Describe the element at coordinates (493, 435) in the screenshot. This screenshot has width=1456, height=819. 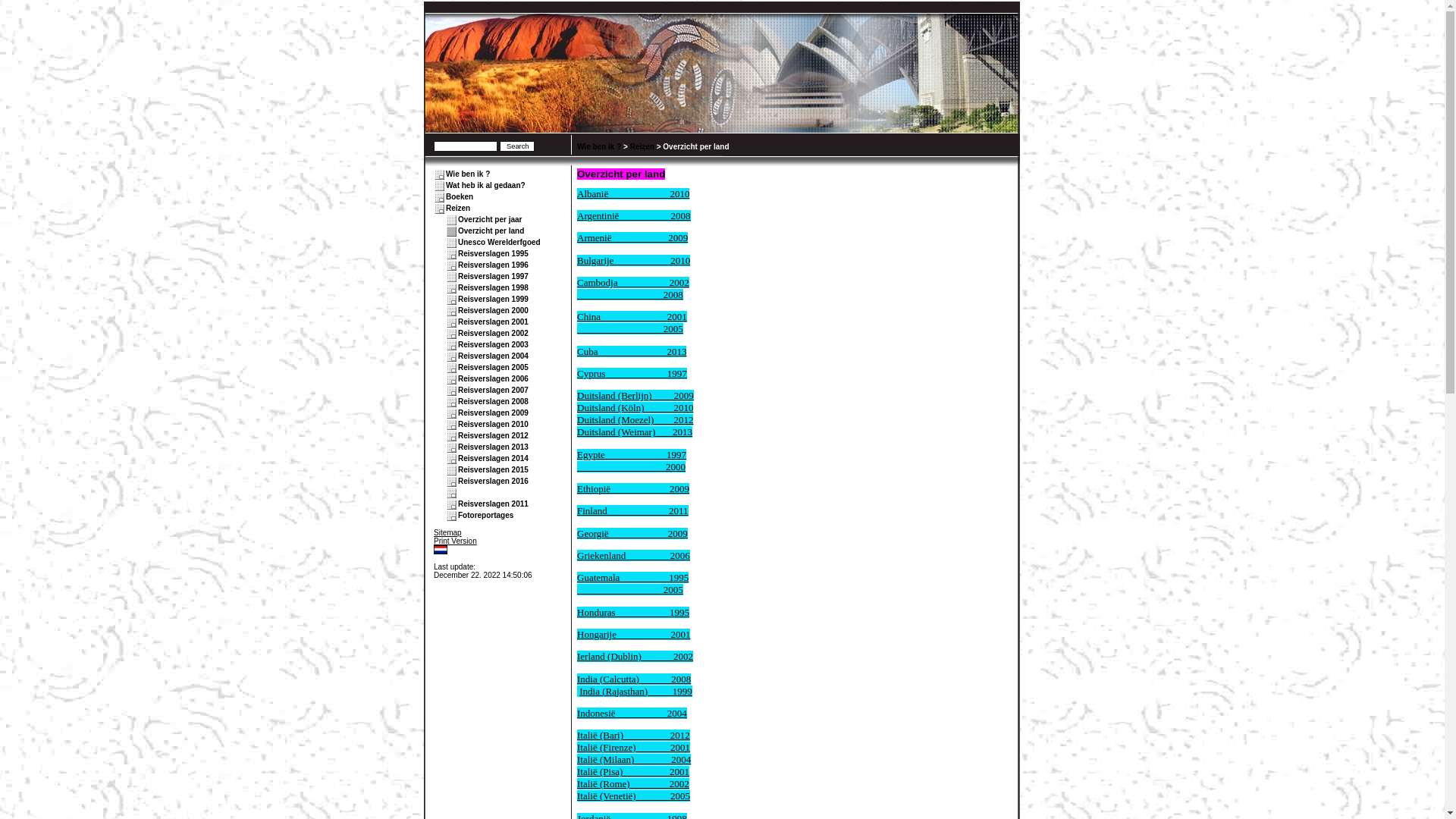
I see `'Reisverslagen 2012'` at that location.